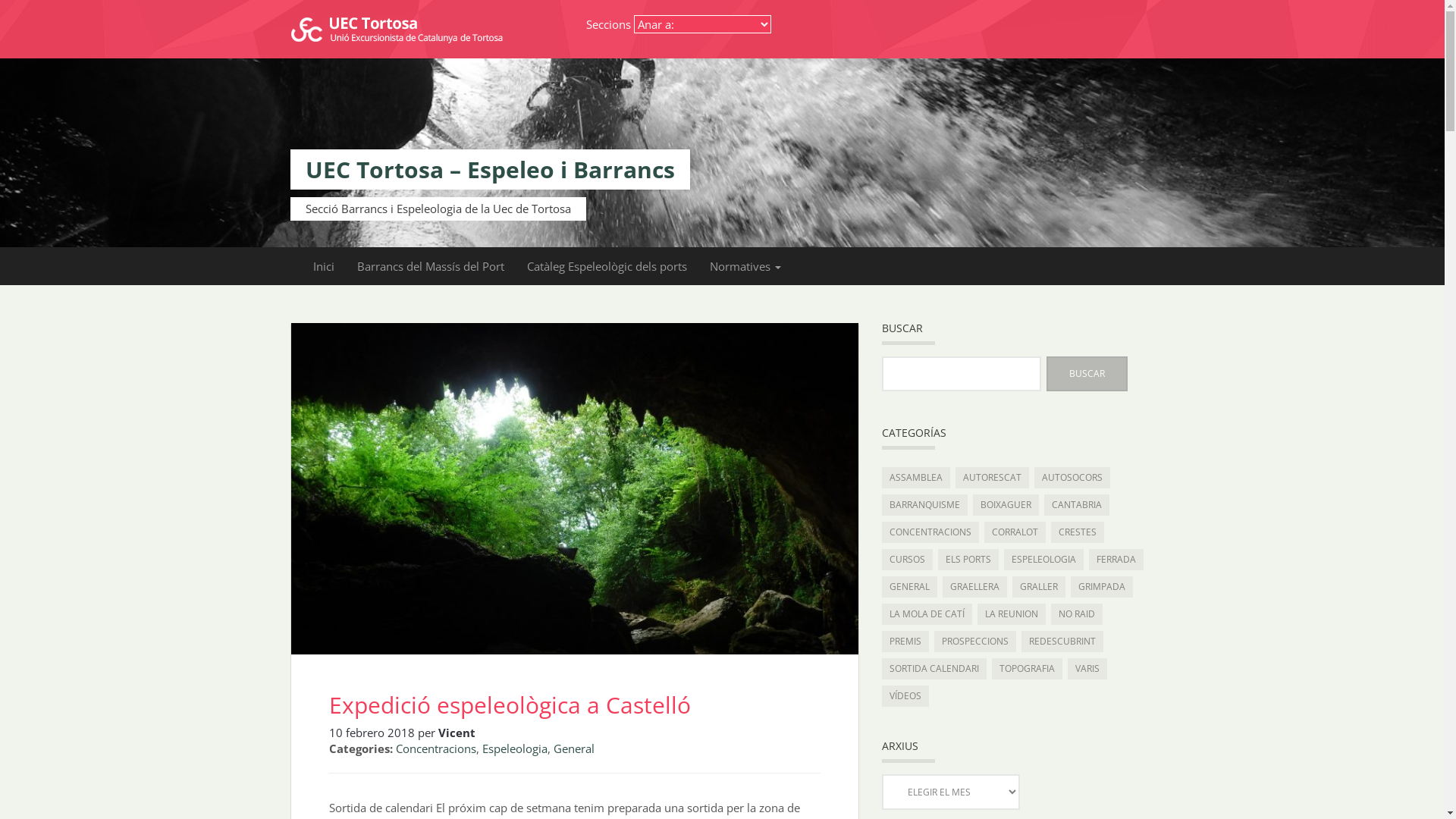 This screenshot has width=1456, height=819. What do you see at coordinates (971, 505) in the screenshot?
I see `'BOIXAGUER'` at bounding box center [971, 505].